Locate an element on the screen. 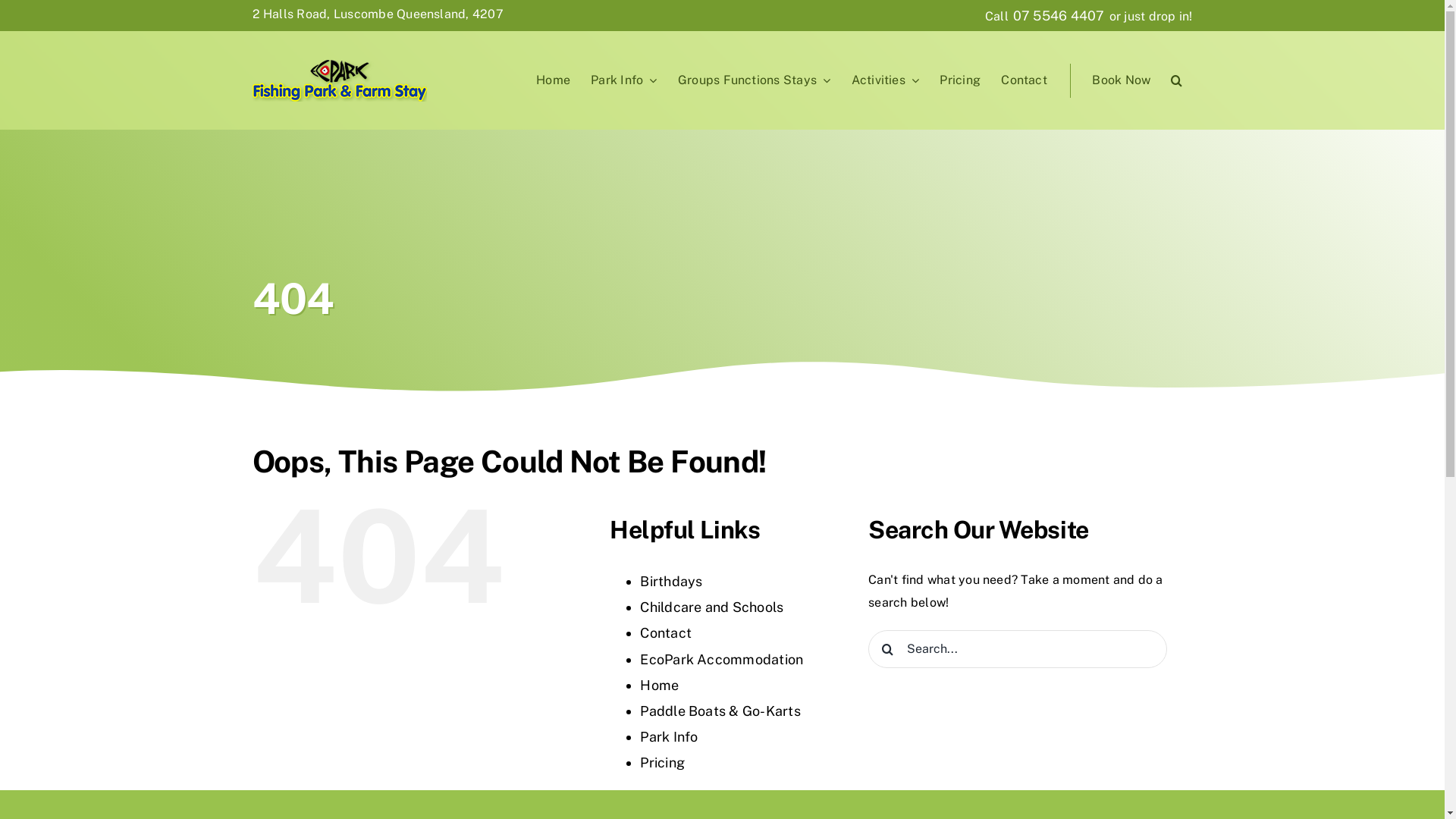  '2 Halls Road, Luscombe Queensland, 4207' is located at coordinates (251, 14).